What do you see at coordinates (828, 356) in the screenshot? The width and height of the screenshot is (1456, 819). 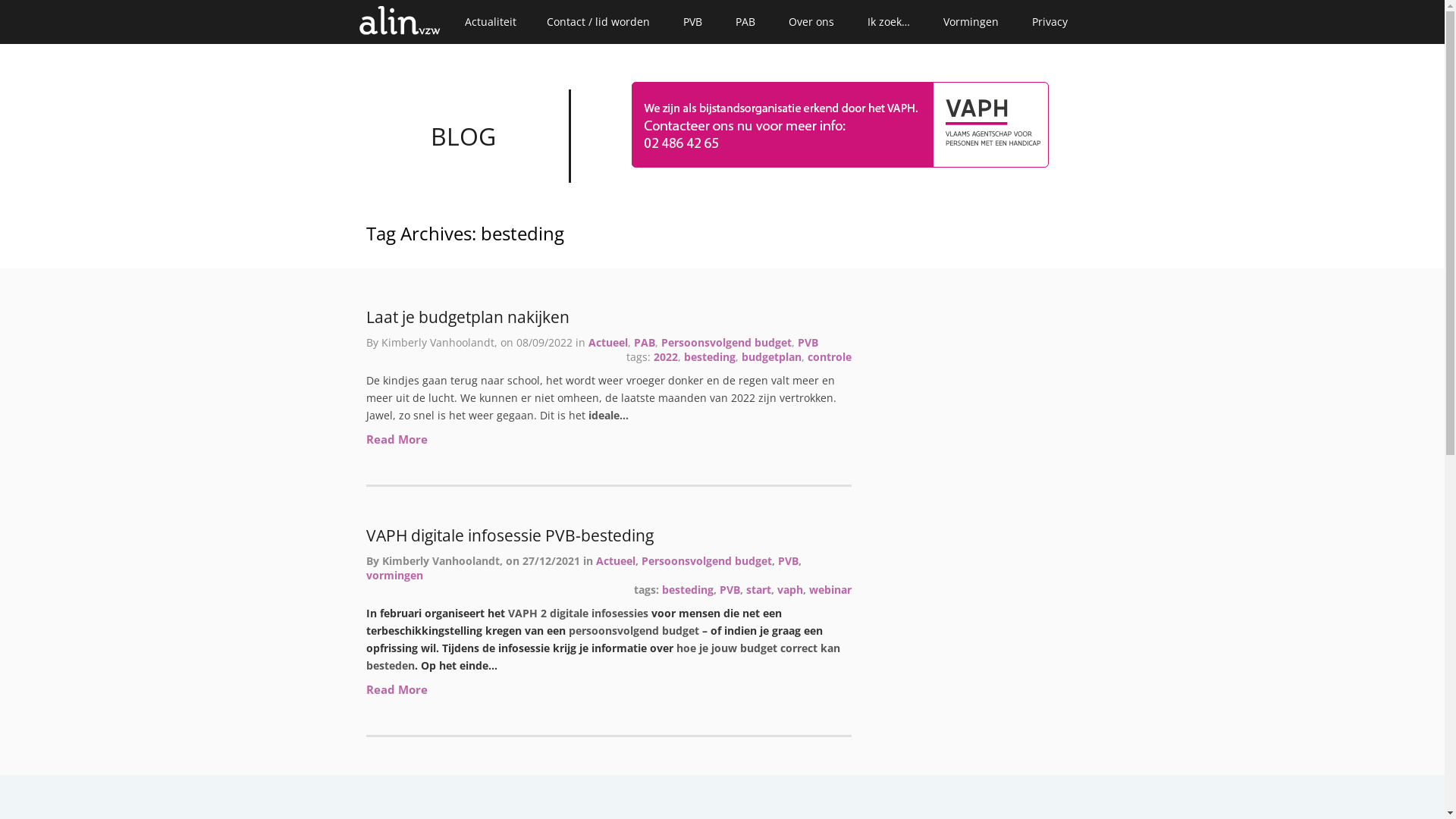 I see `'controle'` at bounding box center [828, 356].